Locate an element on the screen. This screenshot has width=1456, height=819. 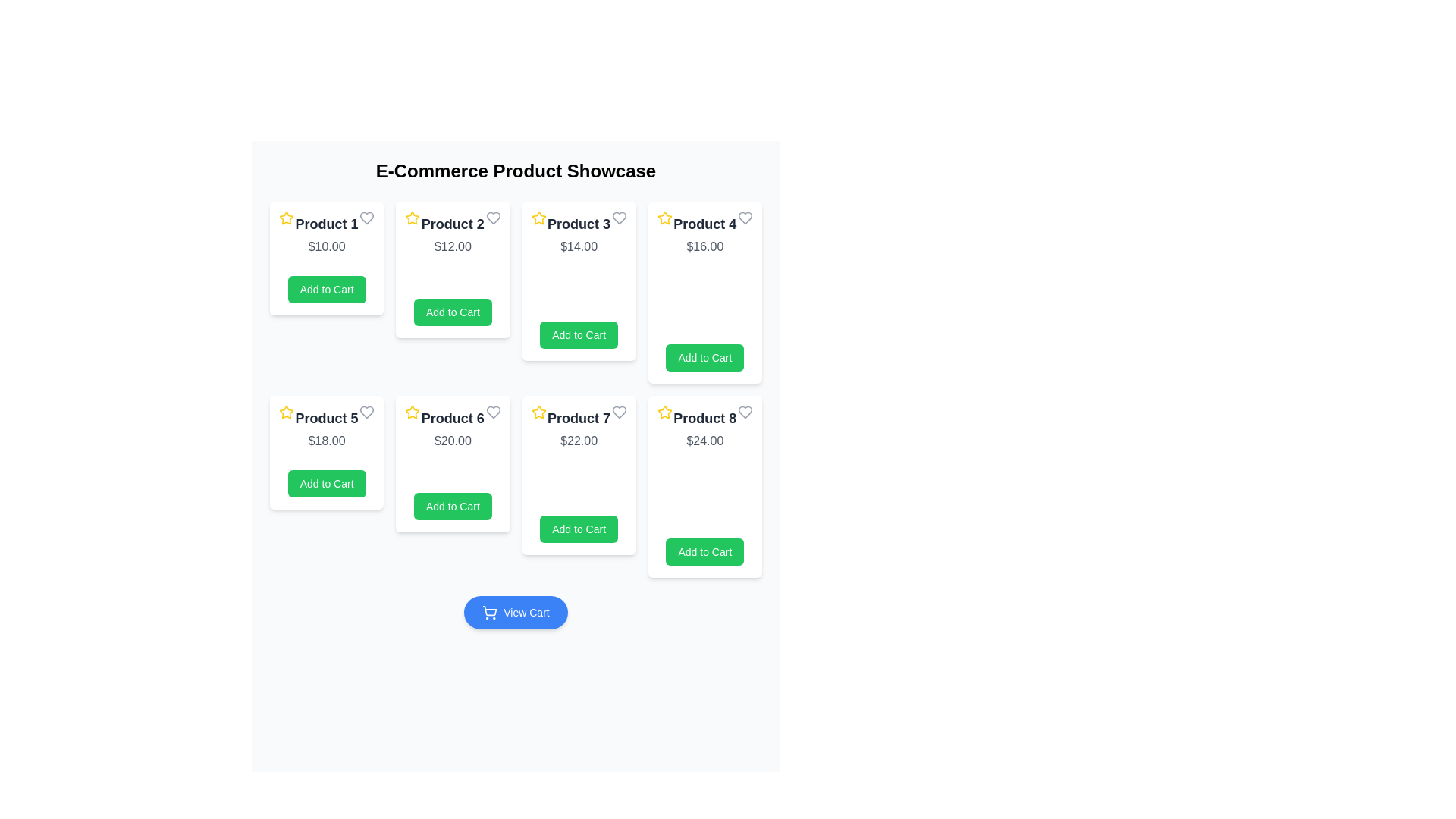
the price display showing '$14.00' in gray text, located in the third product card, below 'Product 3' and above the 'Add to Cart' button is located at coordinates (578, 246).